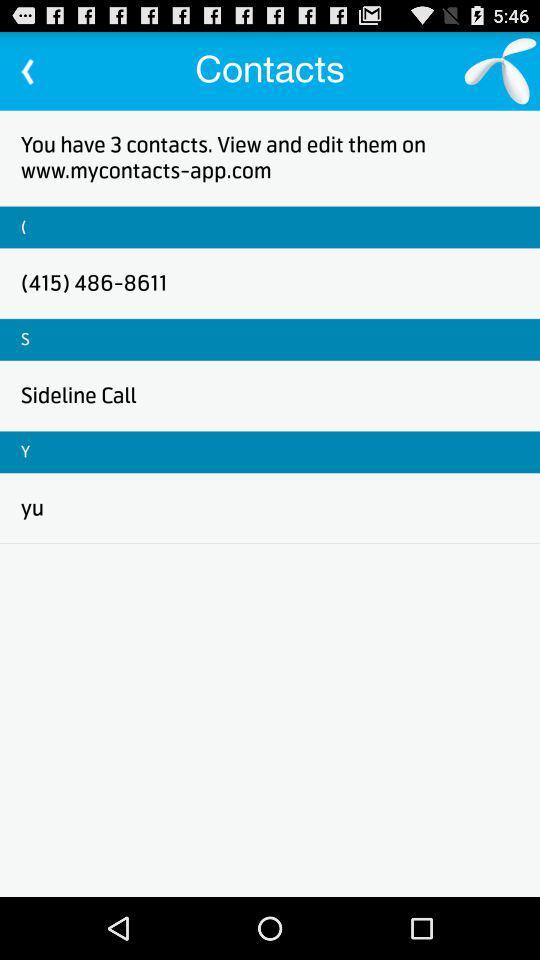  I want to click on the item above the sideline call item, so click(24, 339).